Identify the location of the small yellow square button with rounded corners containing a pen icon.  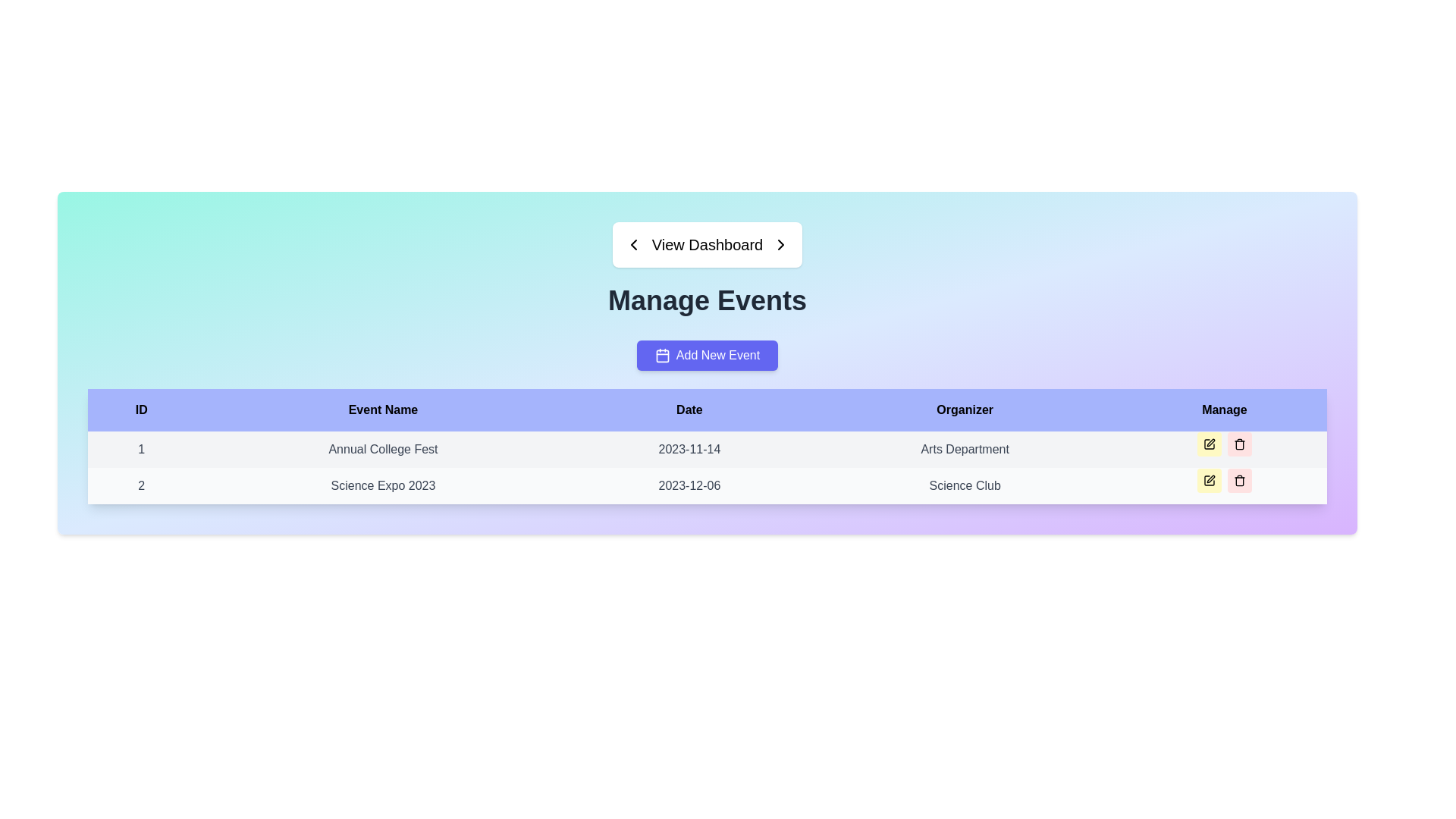
(1208, 480).